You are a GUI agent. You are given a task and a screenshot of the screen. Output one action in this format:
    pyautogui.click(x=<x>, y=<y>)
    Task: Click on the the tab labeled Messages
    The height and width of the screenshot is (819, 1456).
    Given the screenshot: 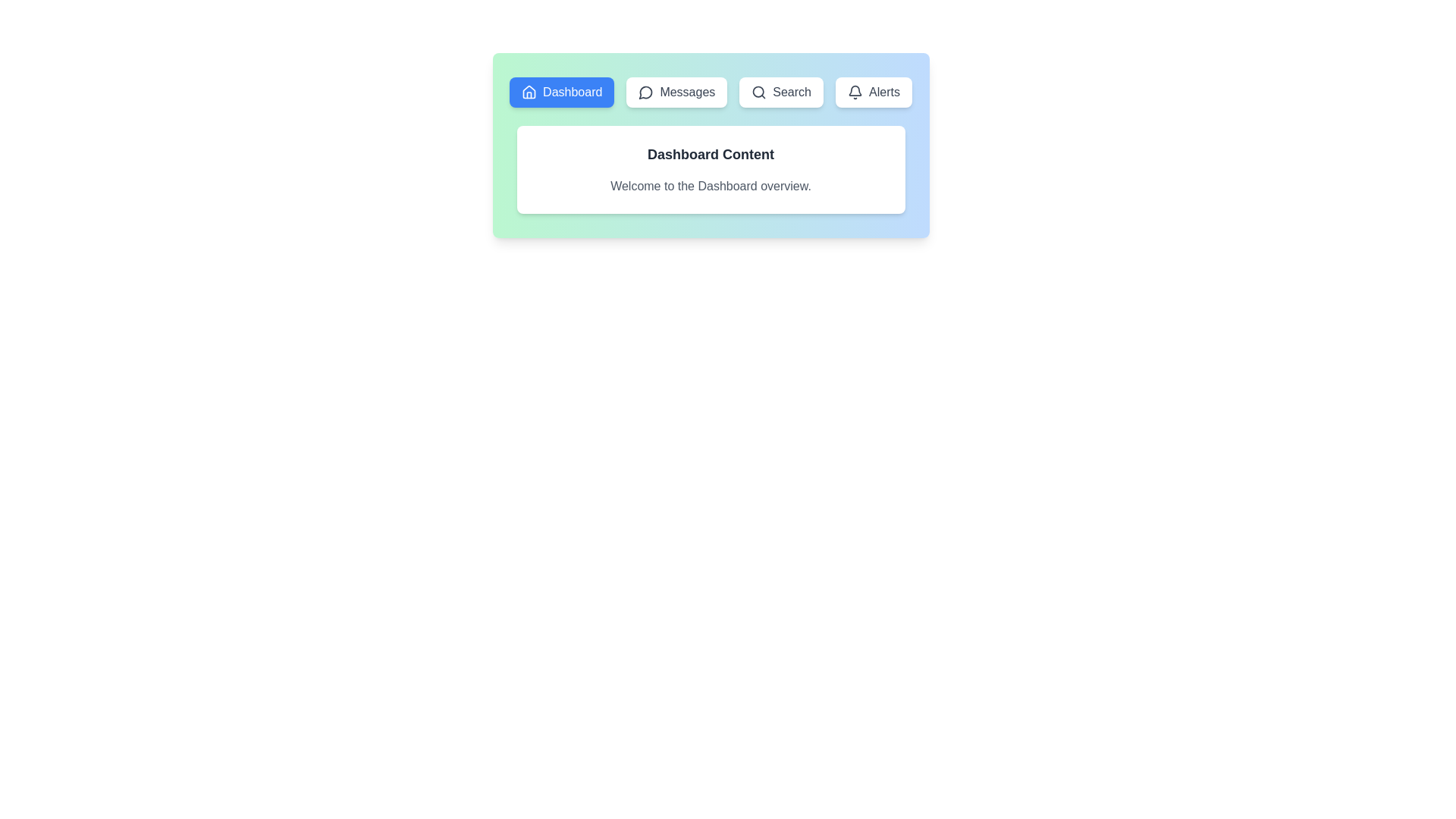 What is the action you would take?
    pyautogui.click(x=676, y=93)
    